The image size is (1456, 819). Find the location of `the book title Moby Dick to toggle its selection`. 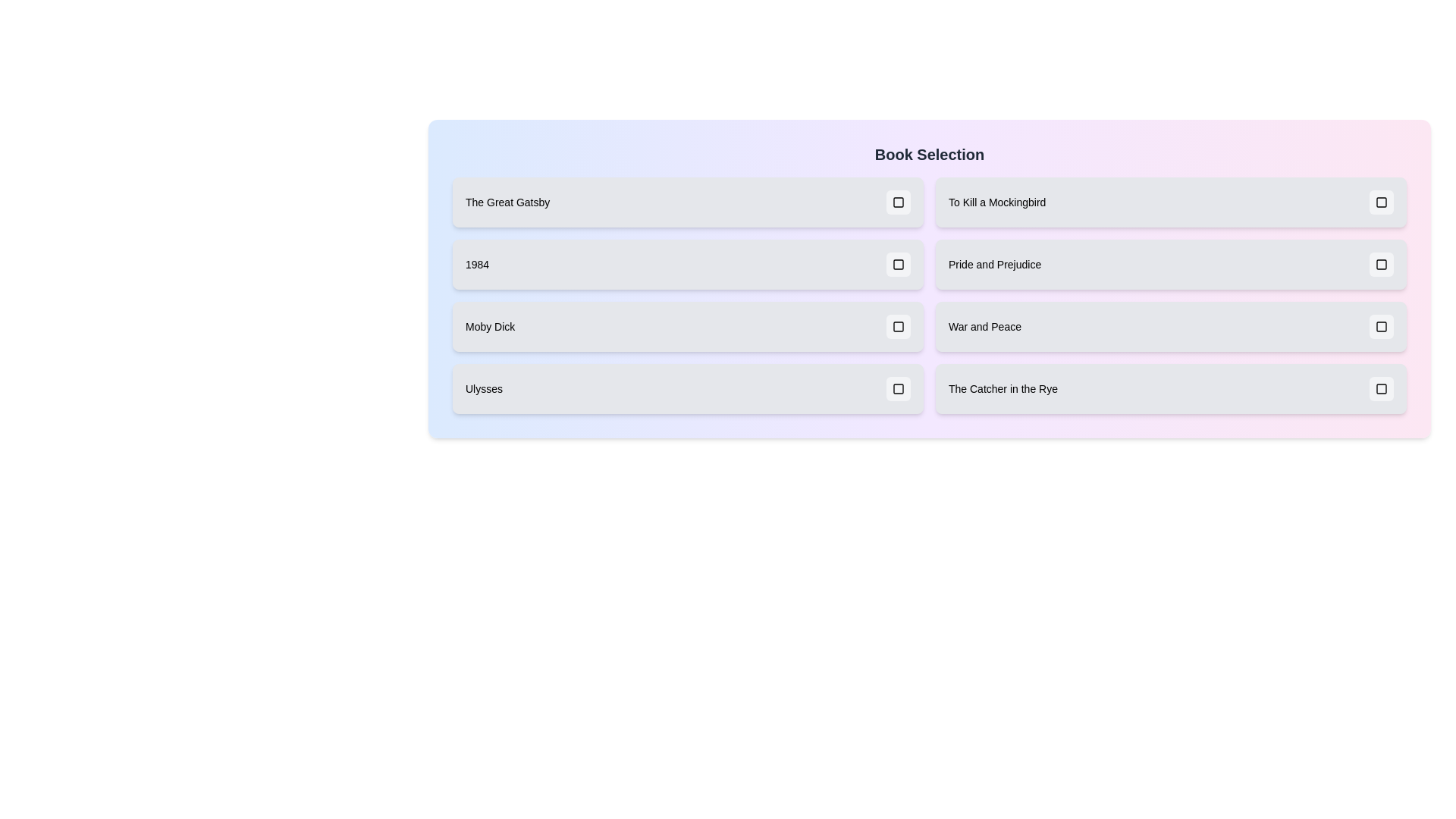

the book title Moby Dick to toggle its selection is located at coordinates (687, 326).